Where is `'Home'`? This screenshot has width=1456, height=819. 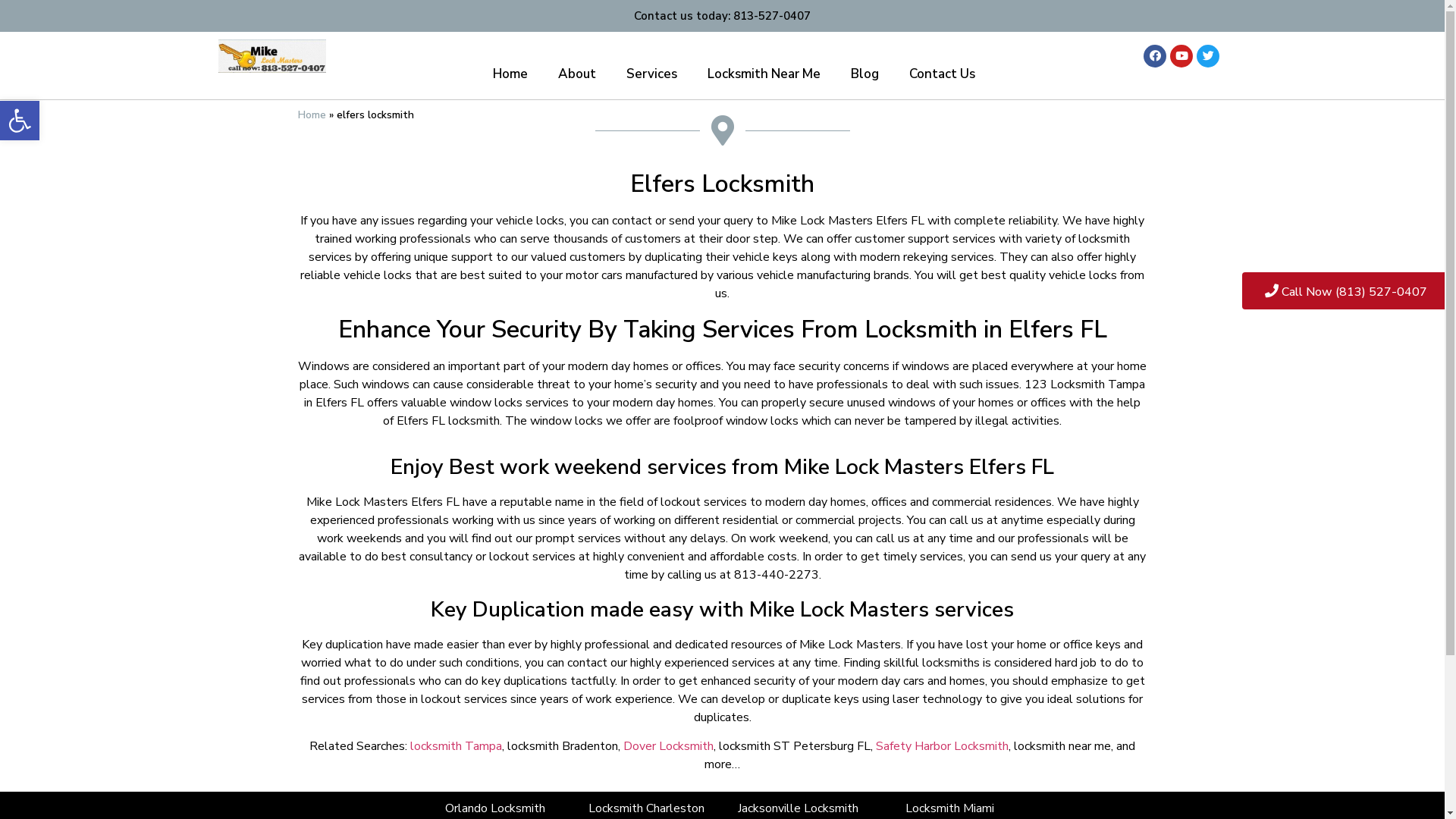 'Home' is located at coordinates (510, 74).